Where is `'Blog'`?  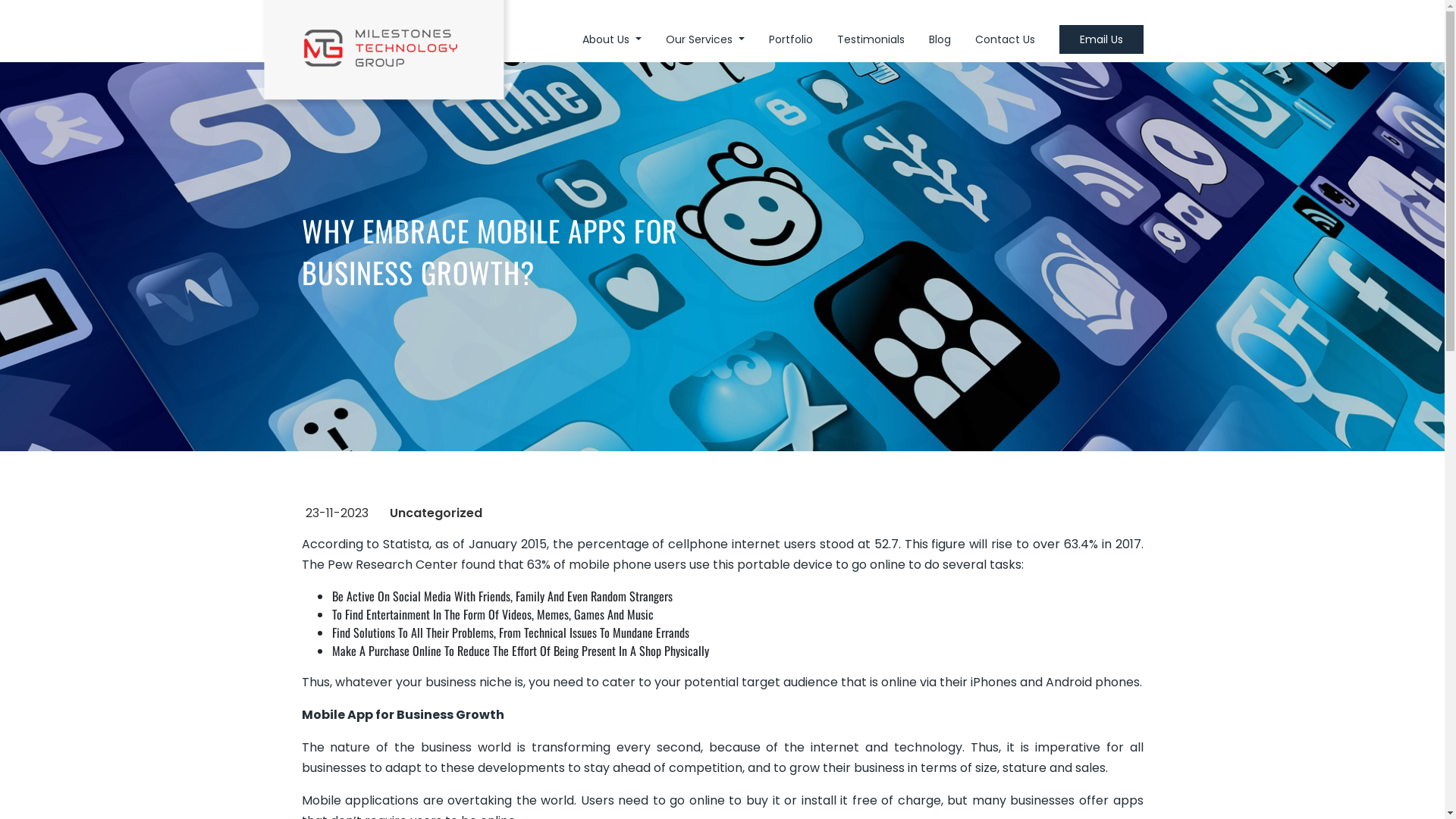
'Blog' is located at coordinates (938, 38).